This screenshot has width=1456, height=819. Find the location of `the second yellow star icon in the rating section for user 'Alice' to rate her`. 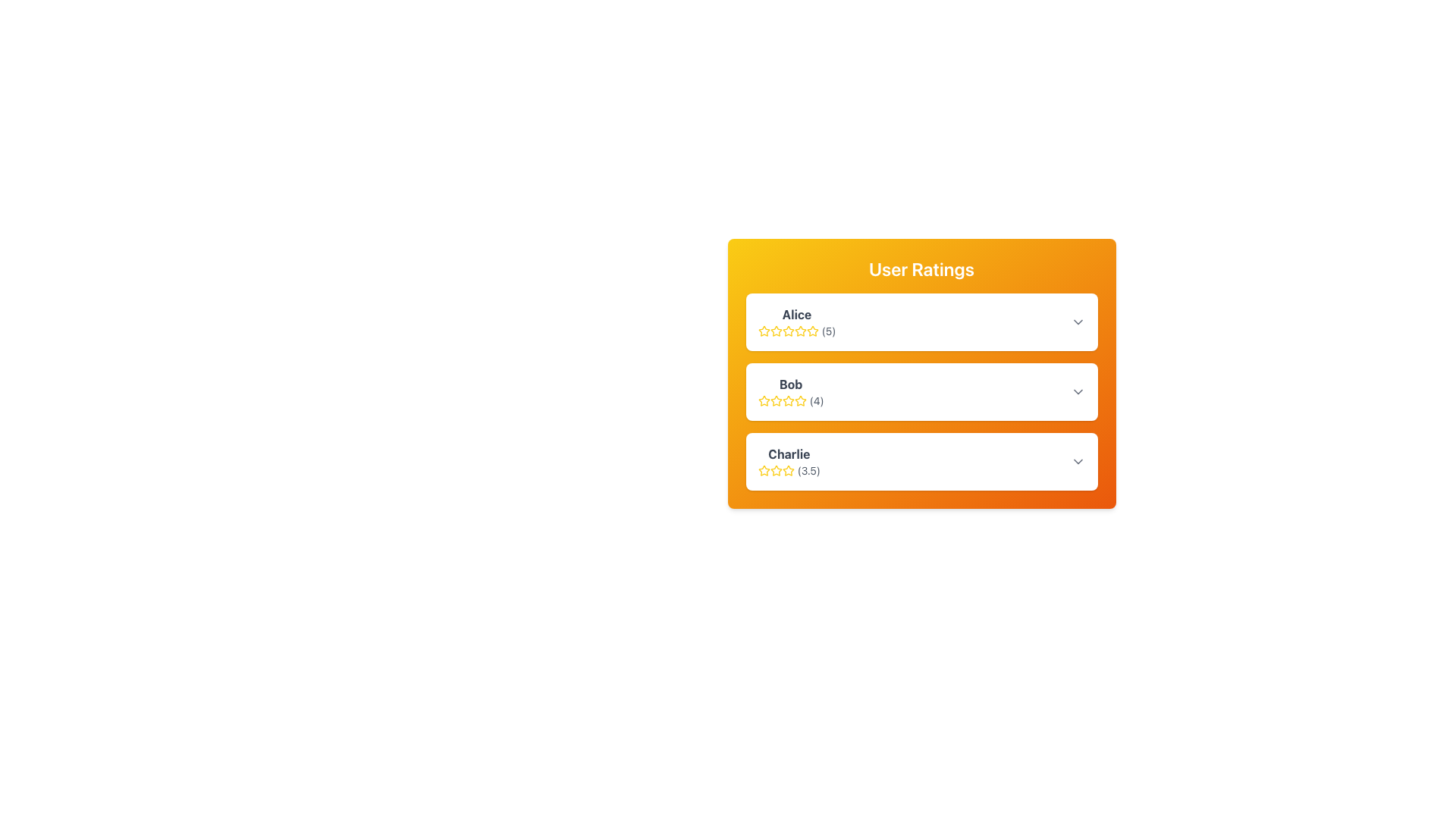

the second yellow star icon in the rating section for user 'Alice' to rate her is located at coordinates (788, 330).